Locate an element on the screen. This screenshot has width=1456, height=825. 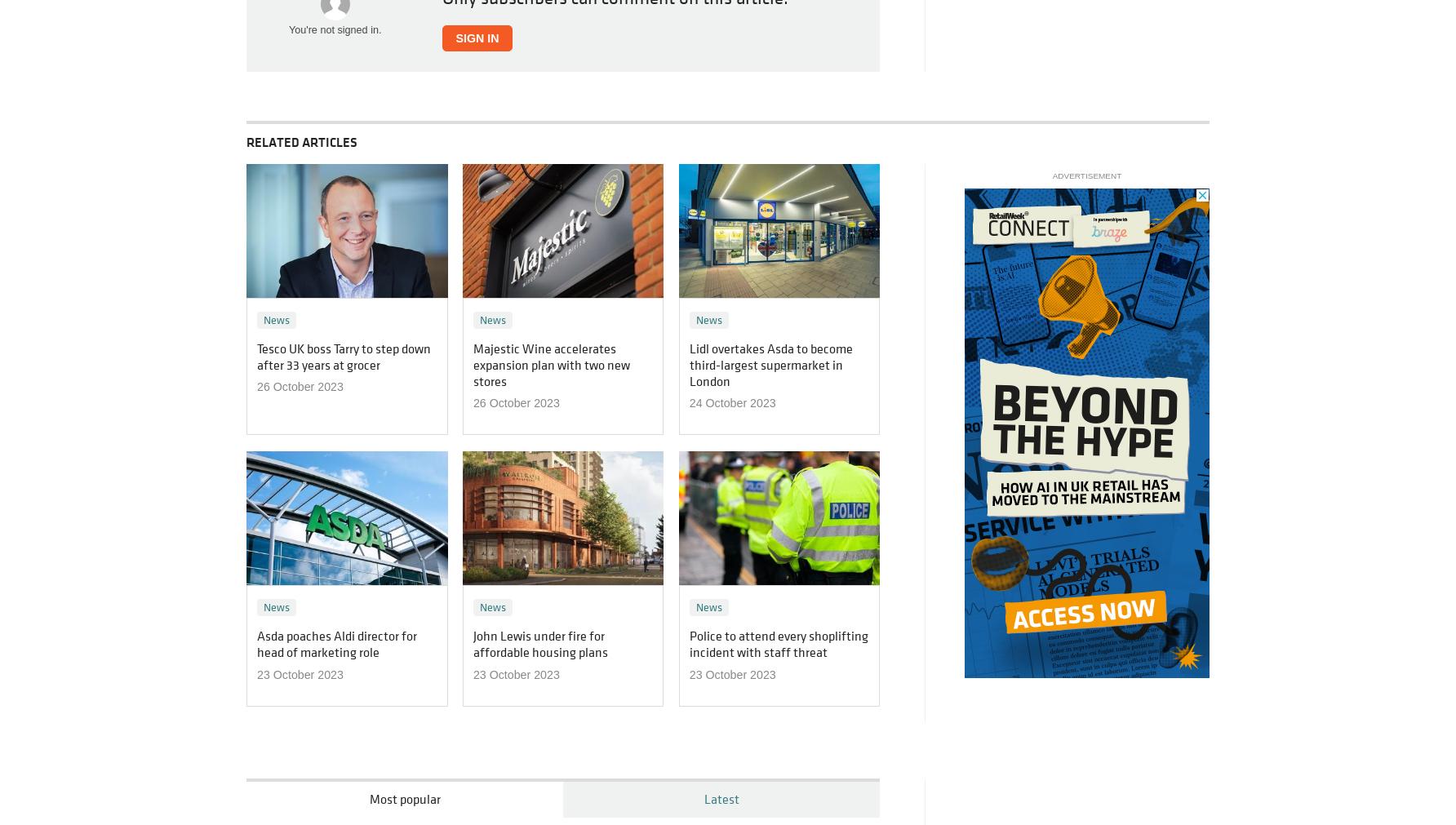
'Lidl overtakes Asda to become third-largest supermarket in London' is located at coordinates (770, 363).